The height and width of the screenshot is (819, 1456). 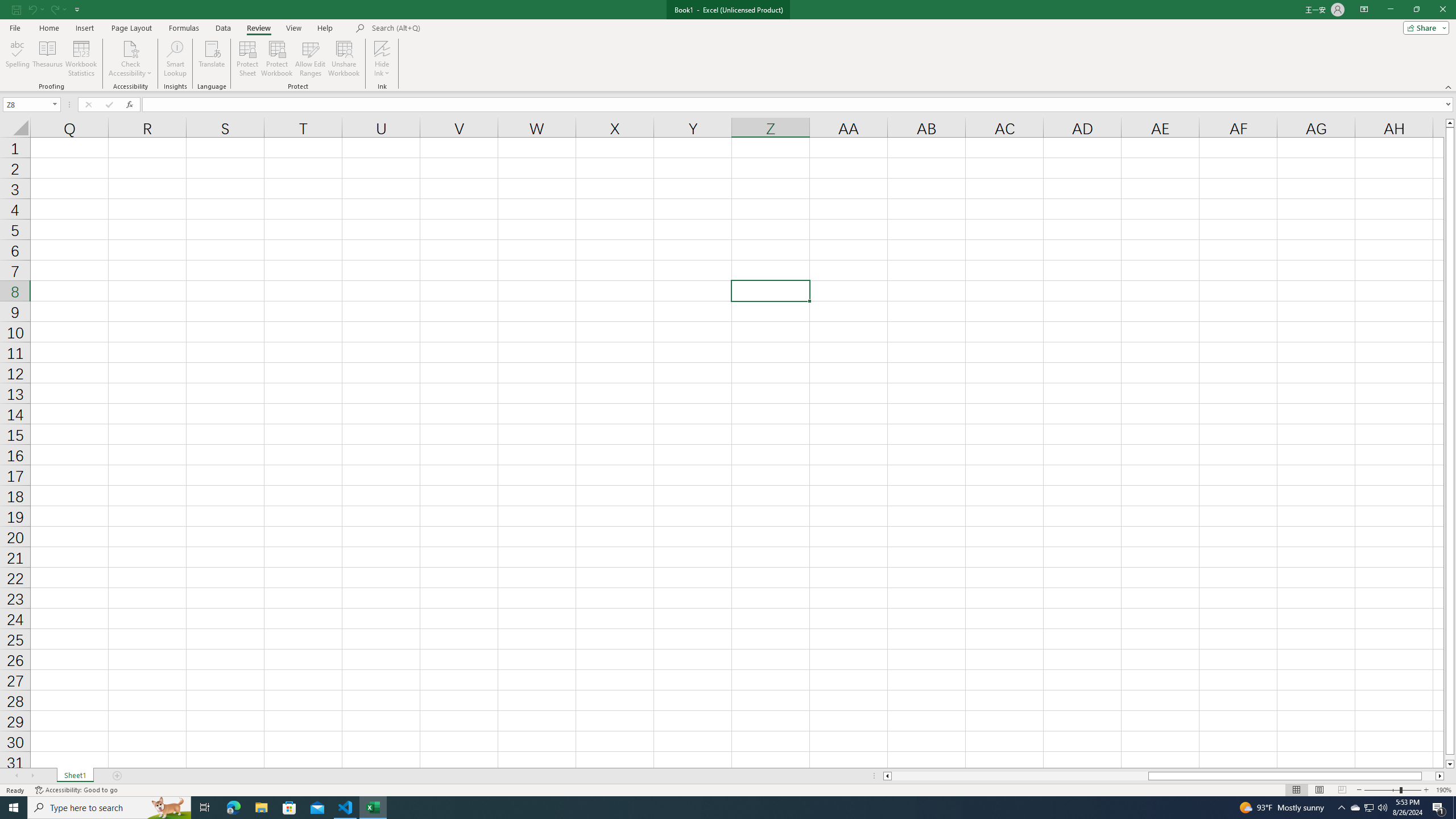 What do you see at coordinates (382, 48) in the screenshot?
I see `'Hide Ink'` at bounding box center [382, 48].